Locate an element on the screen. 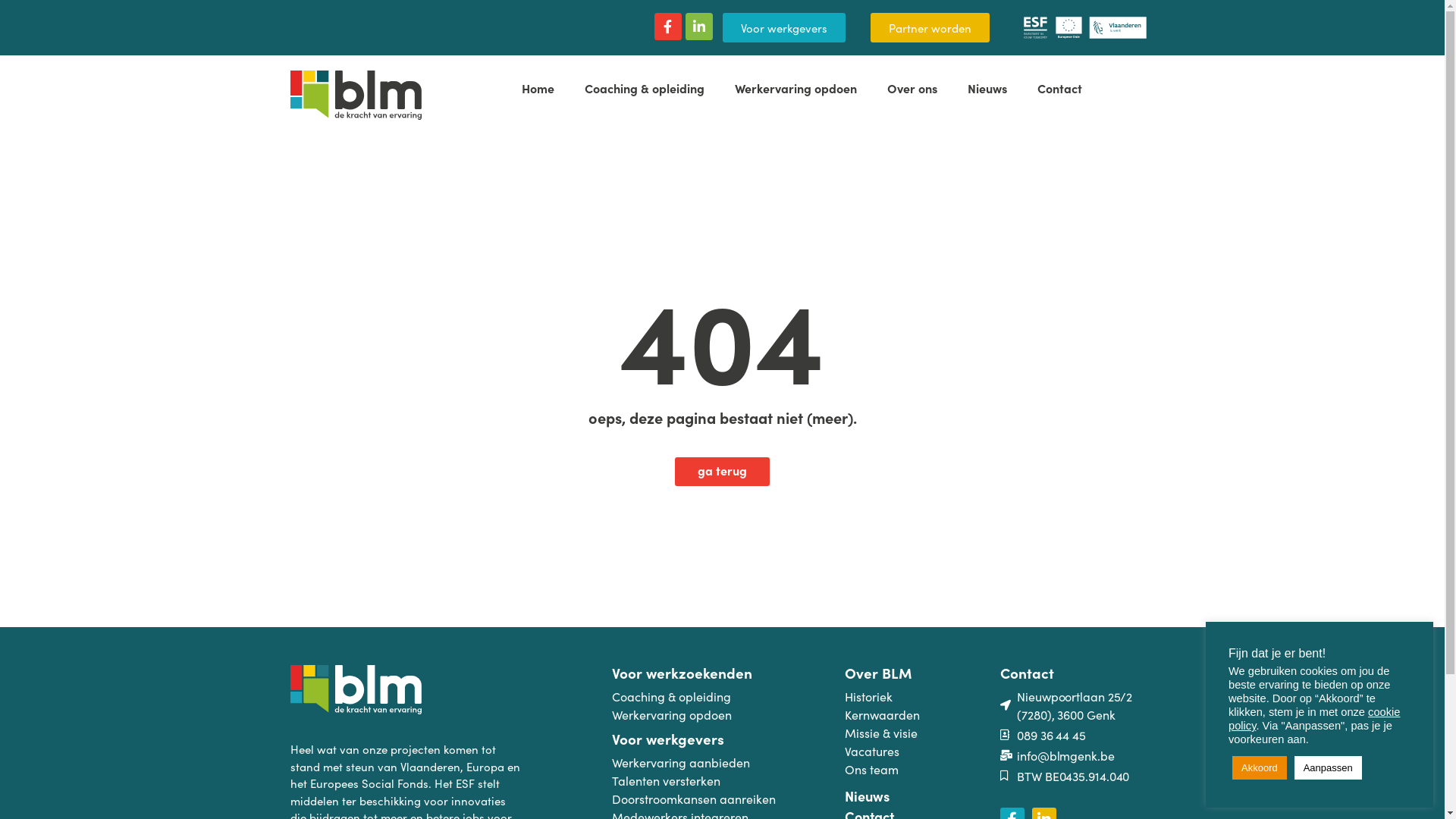  'Home' is located at coordinates (538, 87).